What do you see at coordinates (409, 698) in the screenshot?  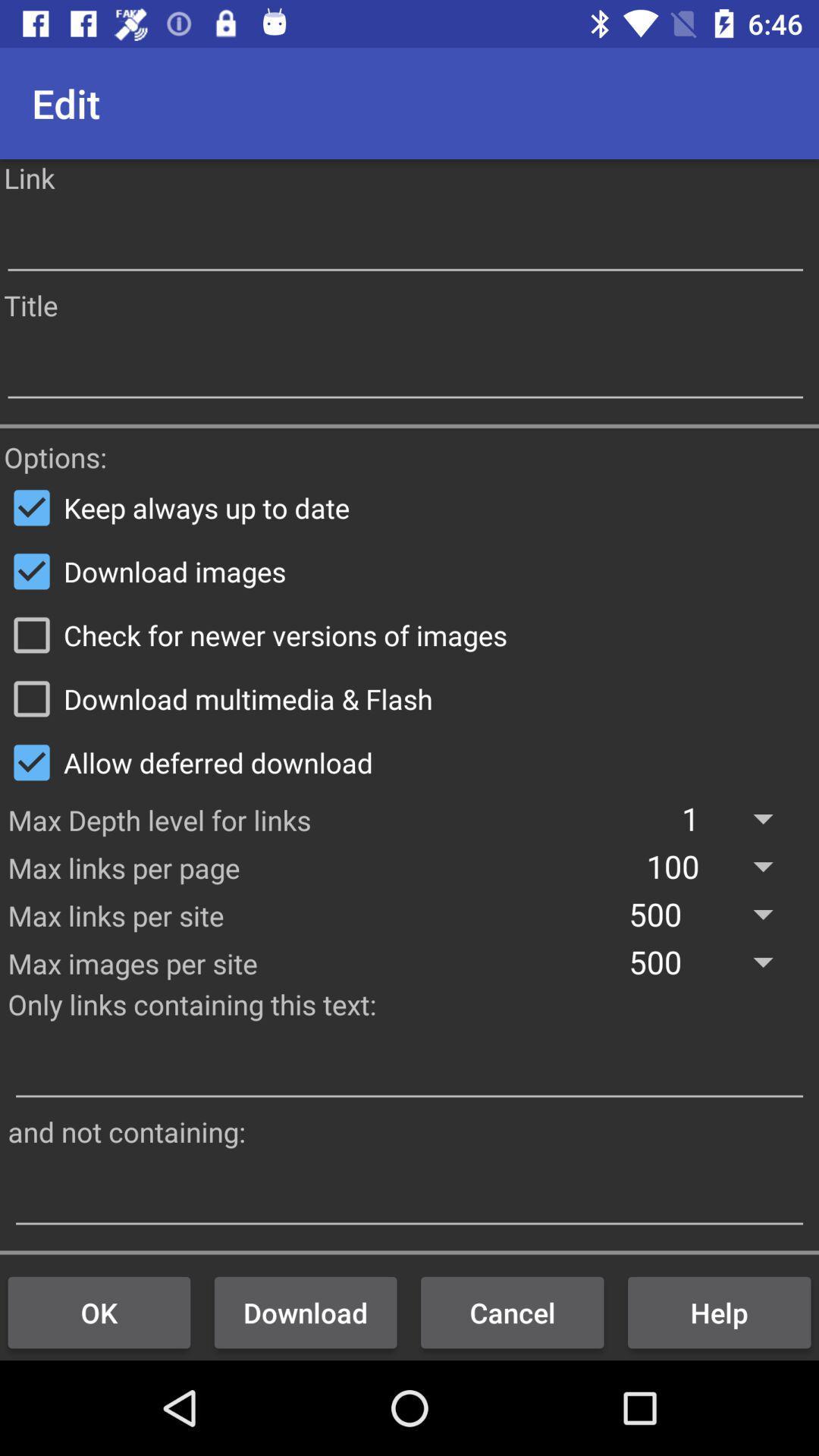 I see `download multimedia & flash item` at bounding box center [409, 698].